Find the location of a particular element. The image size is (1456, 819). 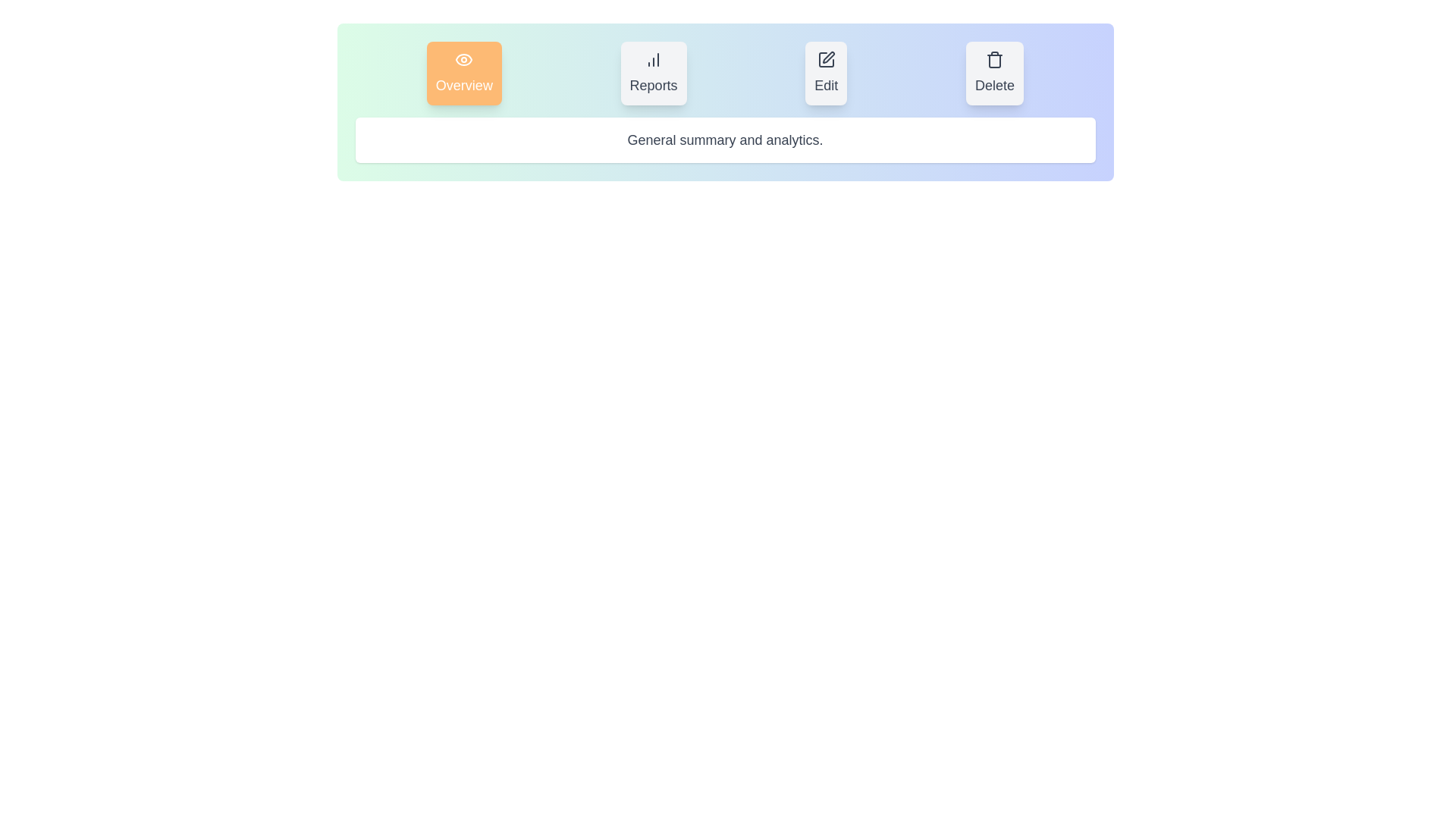

the button labeled Delete to observe its hover effect is located at coordinates (995, 73).